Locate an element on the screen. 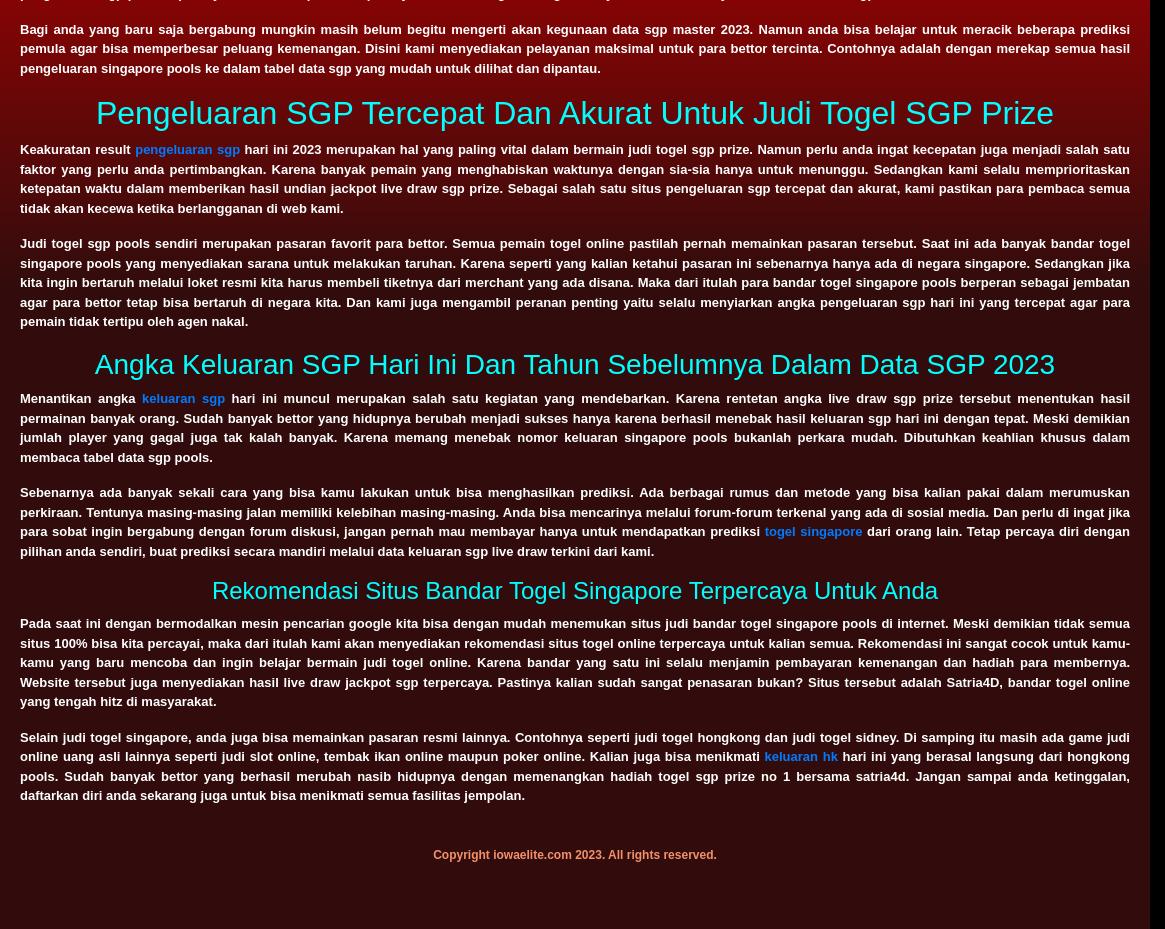 This screenshot has height=929, width=1165. 'Sebenarnya ada banyak sekali cara yang bisa kamu lakukan untuk bisa menghasilkan prediksi. Ada berbagai rumus dan metode yang bisa kalian pakai dalam merumuskan perkiraan. Tentunya masing-masing jalan memiliki kelebihan masing-masing. Anda bisa mencarinya melalui forum-forum terkenal yang ada di sosial media. Dan perlu di ingat jika para sobat ingin bergabung dengan forum diskusi, jangan pernah mau membayar hanya untuk mendapatkan prediksi' is located at coordinates (575, 511).